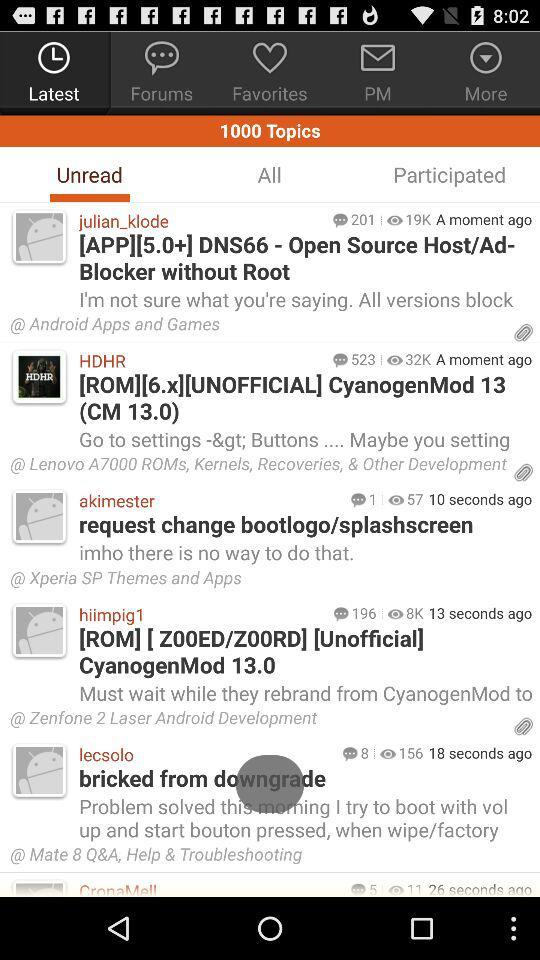 This screenshot has height=960, width=540. Describe the element at coordinates (258, 720) in the screenshot. I see `the icon above the 18 seconds ago icon` at that location.